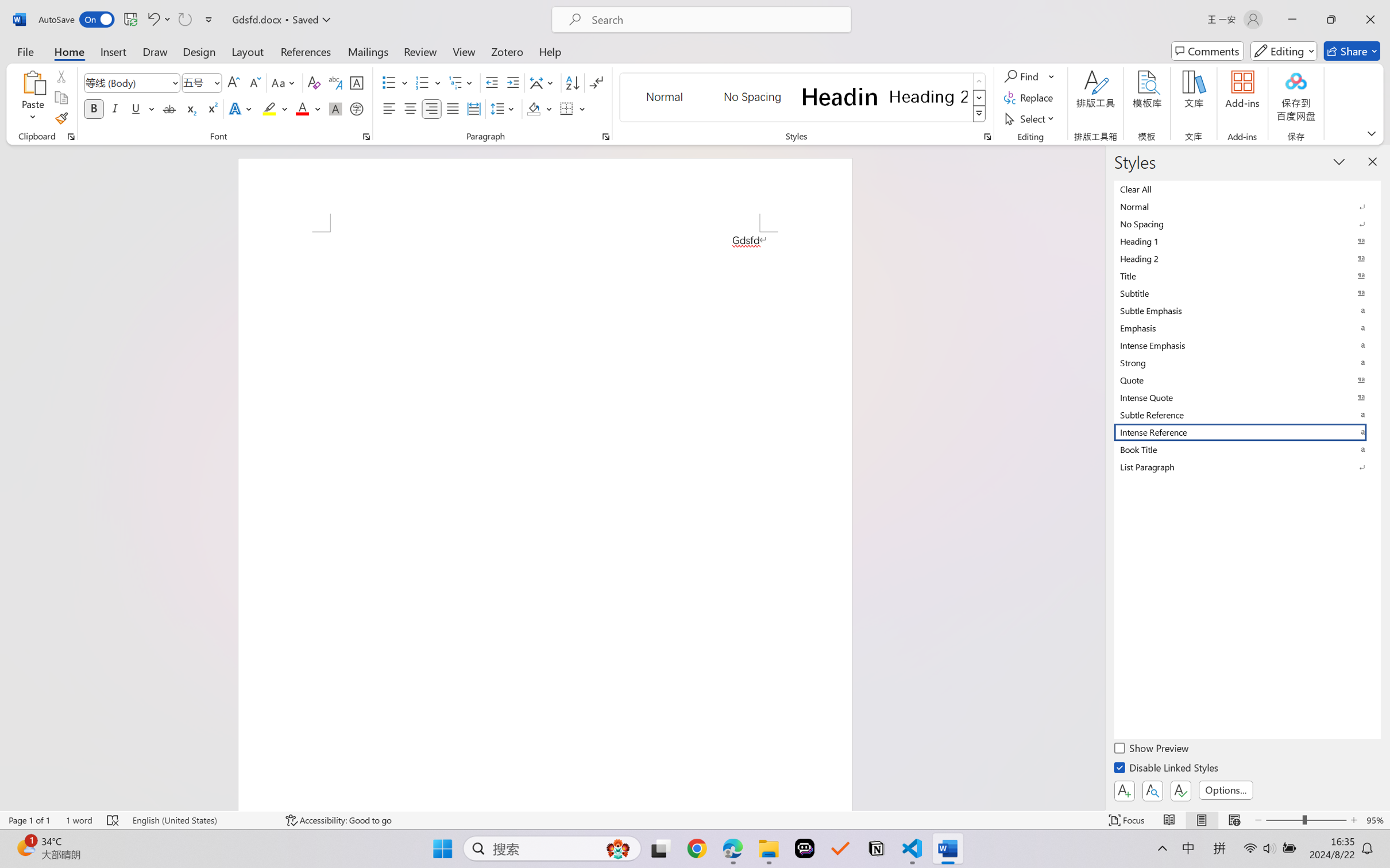  What do you see at coordinates (1167, 769) in the screenshot?
I see `'Disable Linked Styles'` at bounding box center [1167, 769].